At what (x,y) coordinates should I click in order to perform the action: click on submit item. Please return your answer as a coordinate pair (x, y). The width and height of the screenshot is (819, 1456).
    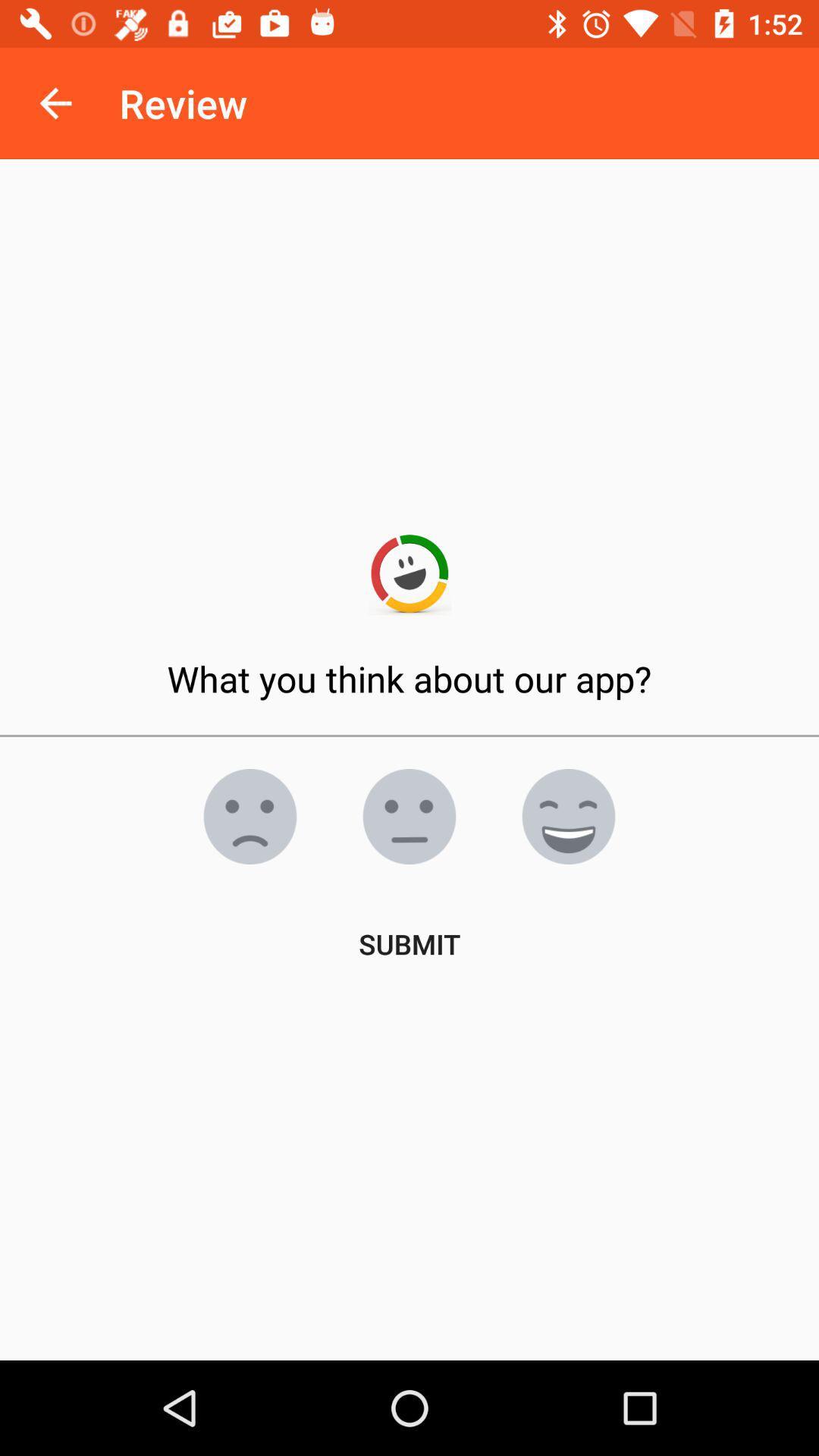
    Looking at the image, I should click on (409, 943).